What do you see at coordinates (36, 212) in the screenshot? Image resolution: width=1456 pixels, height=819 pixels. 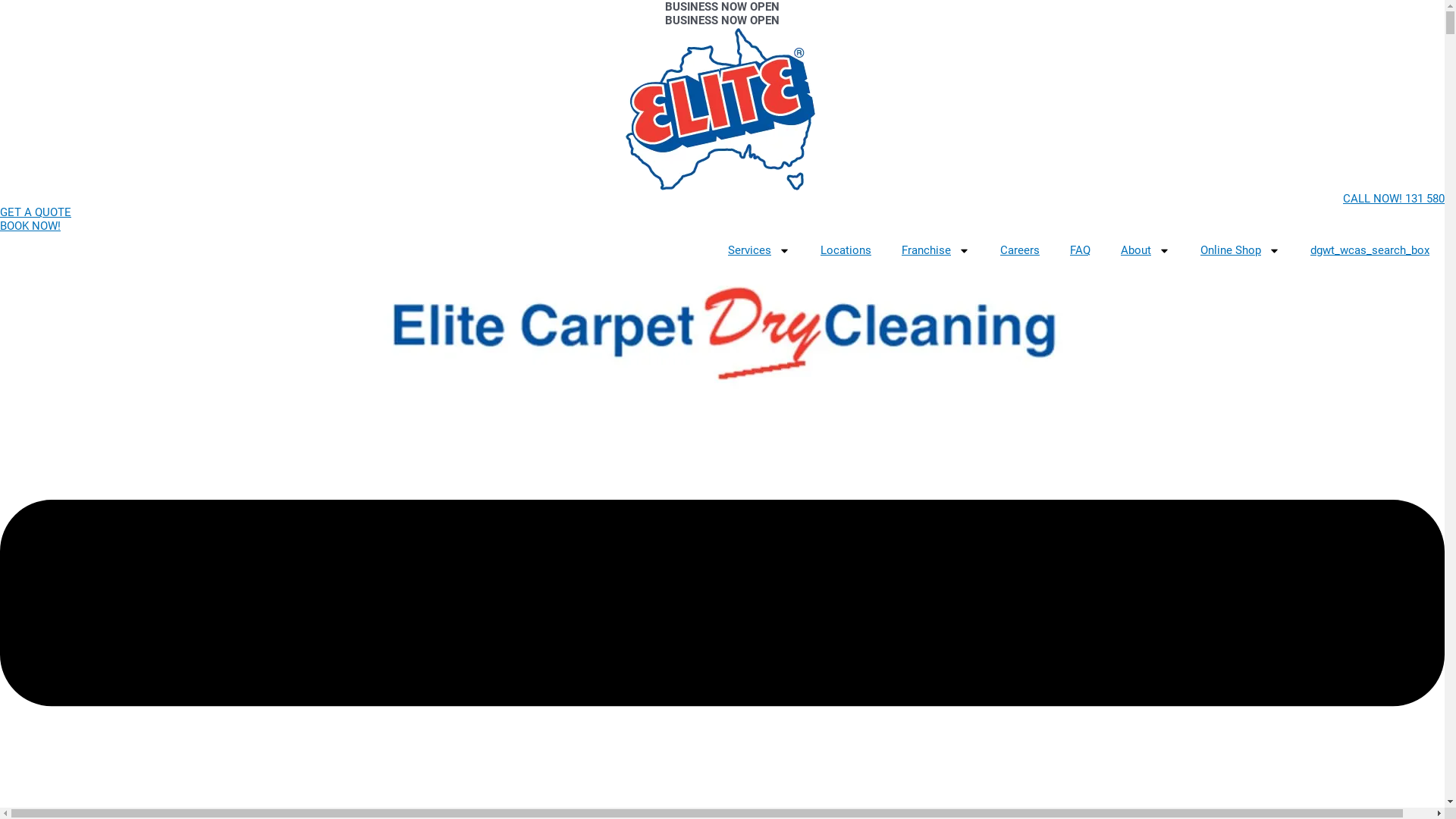 I see `'GET A QUOTE'` at bounding box center [36, 212].